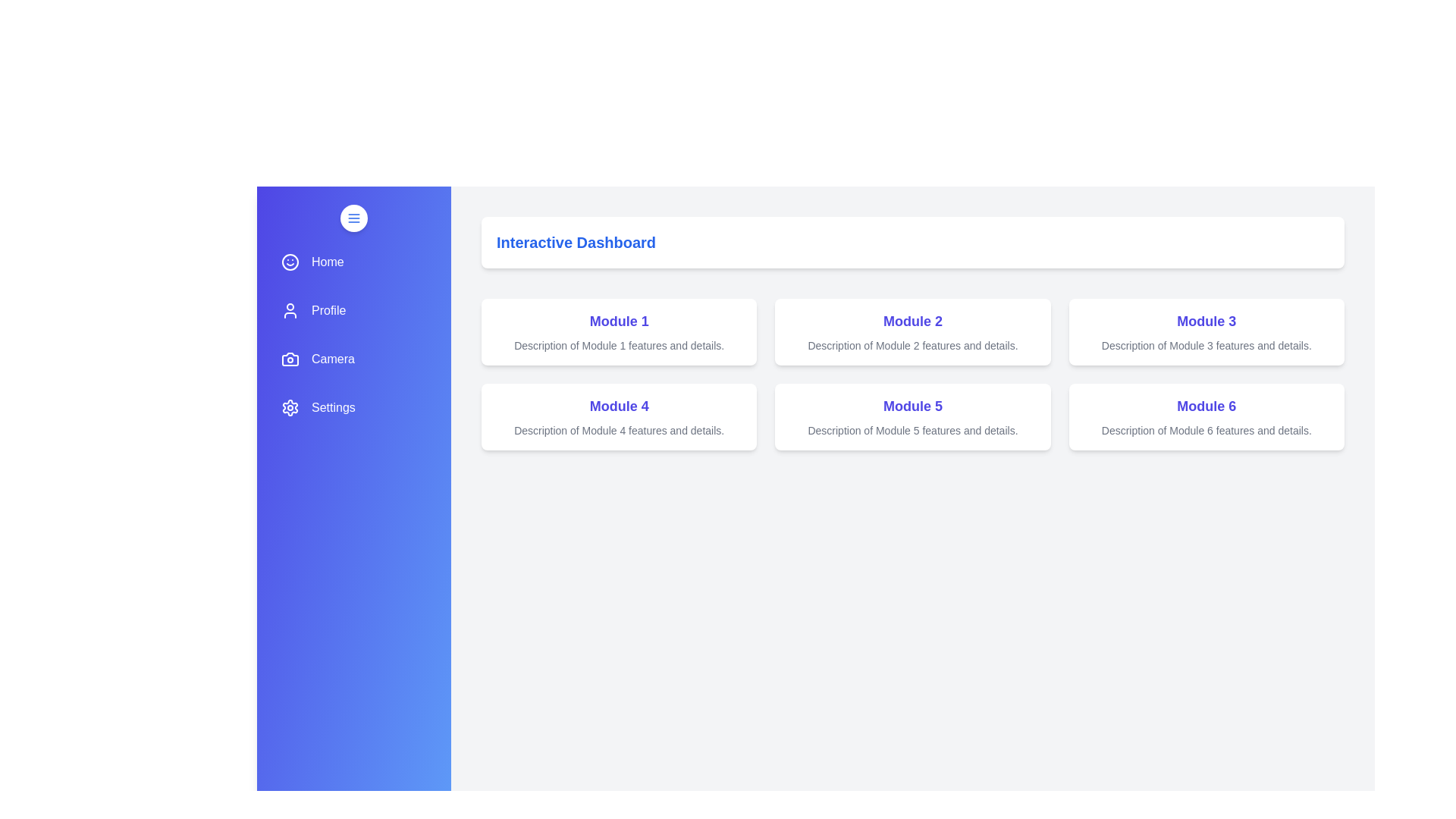  Describe the element at coordinates (1206, 406) in the screenshot. I see `header label displaying 'Module 6' which is styled in a large, bold indigo font, located at the top of the last card in the grid layout of the dashboard` at that location.